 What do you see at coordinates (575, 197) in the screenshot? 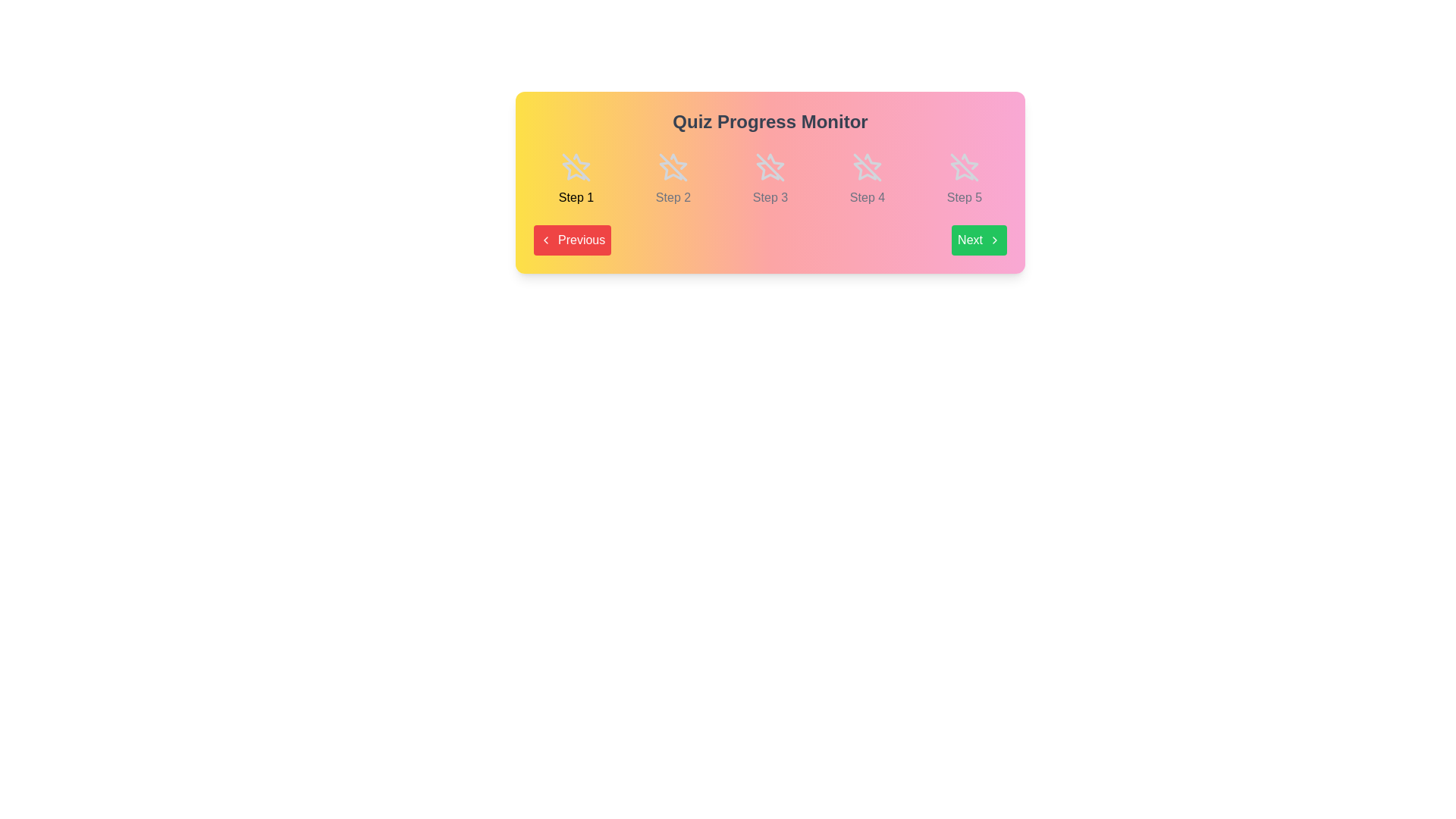
I see `the first step text label in the progress tracker, positioned below the star outline icon` at bounding box center [575, 197].